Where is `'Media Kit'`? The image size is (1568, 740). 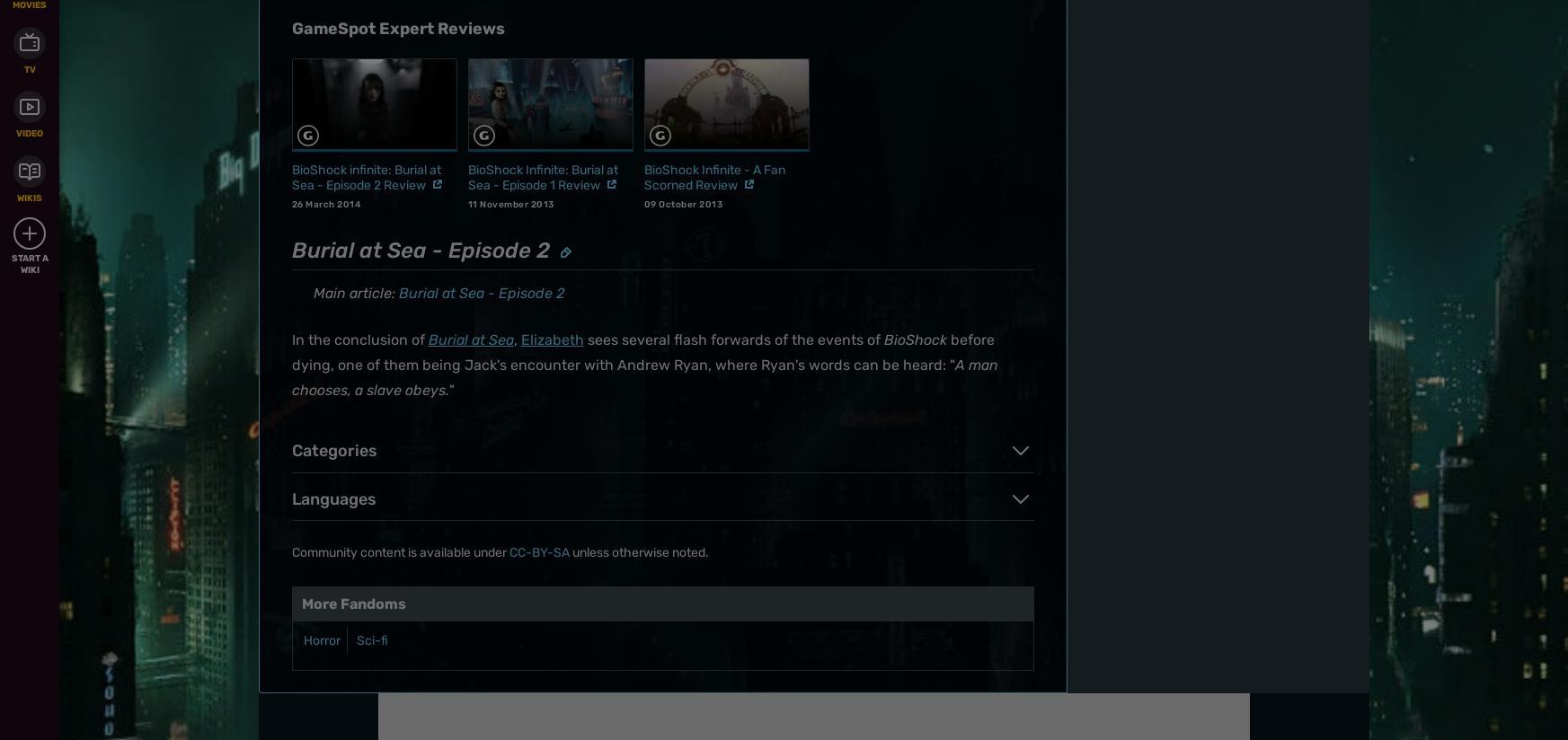 'Media Kit' is located at coordinates (847, 203).